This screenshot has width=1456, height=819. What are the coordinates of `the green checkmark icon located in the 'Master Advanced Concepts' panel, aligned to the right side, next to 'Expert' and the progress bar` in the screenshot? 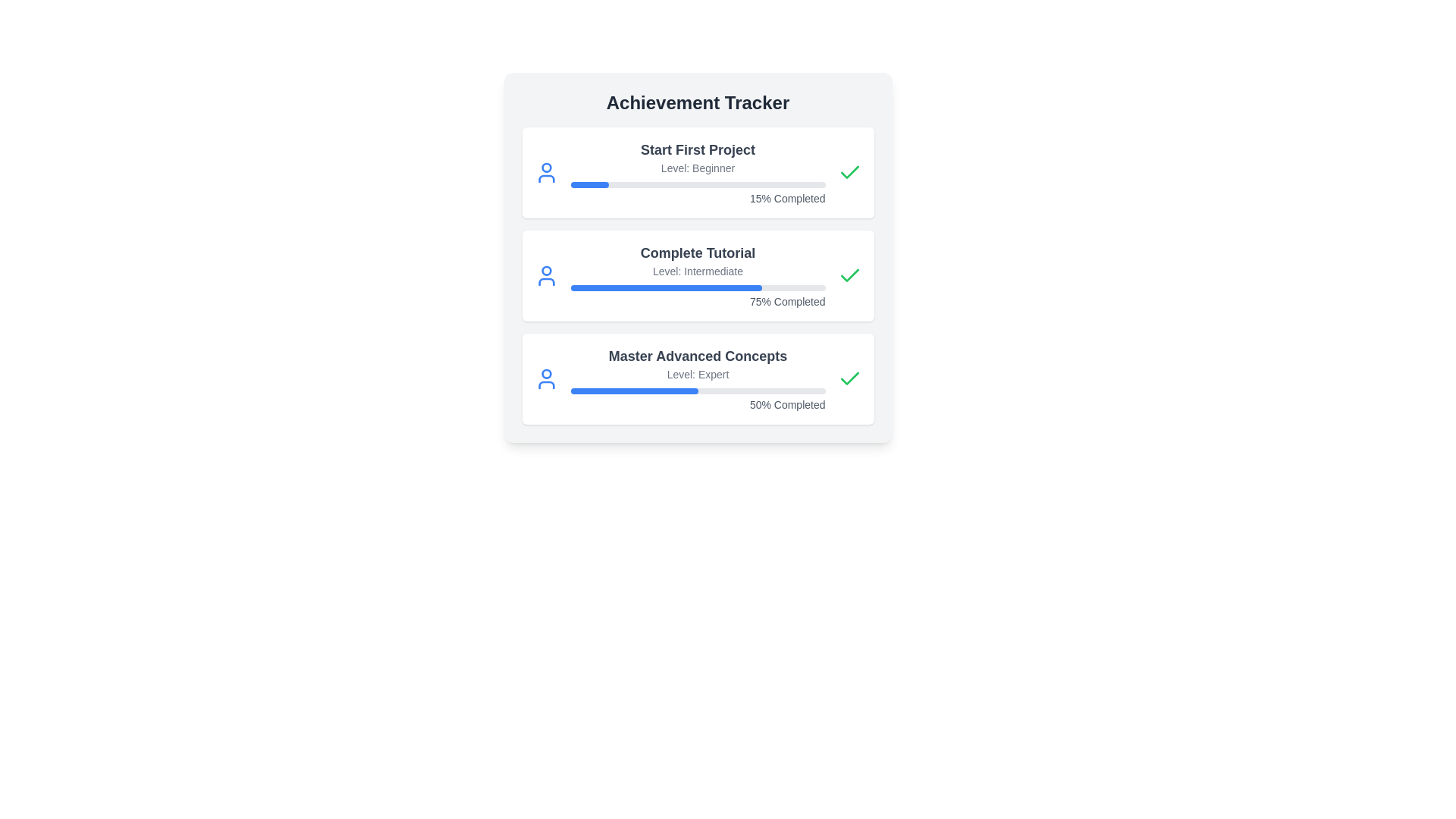 It's located at (849, 378).